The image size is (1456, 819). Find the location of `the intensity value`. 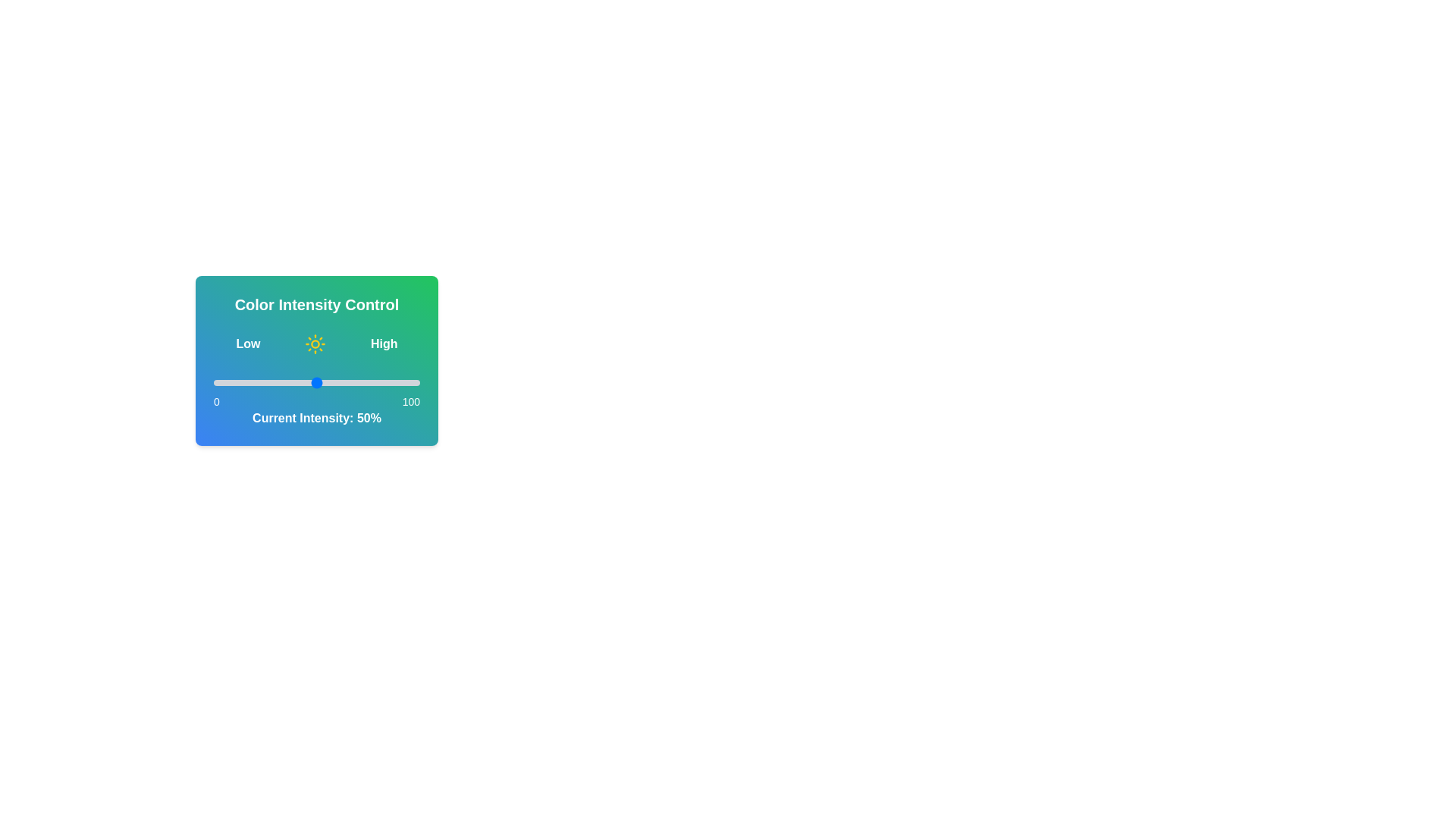

the intensity value is located at coordinates (412, 382).